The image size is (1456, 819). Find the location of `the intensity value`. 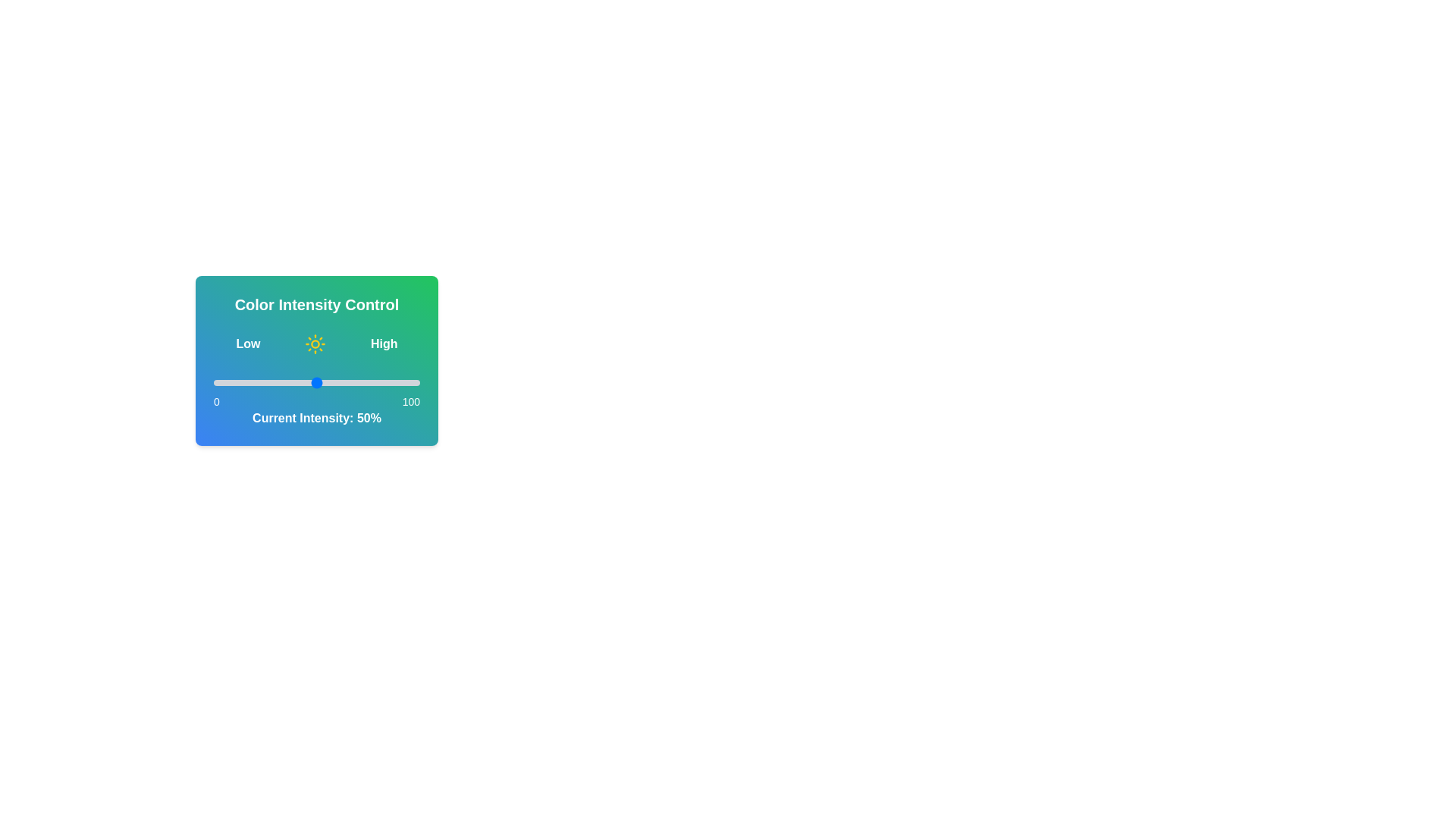

the intensity value is located at coordinates (412, 382).